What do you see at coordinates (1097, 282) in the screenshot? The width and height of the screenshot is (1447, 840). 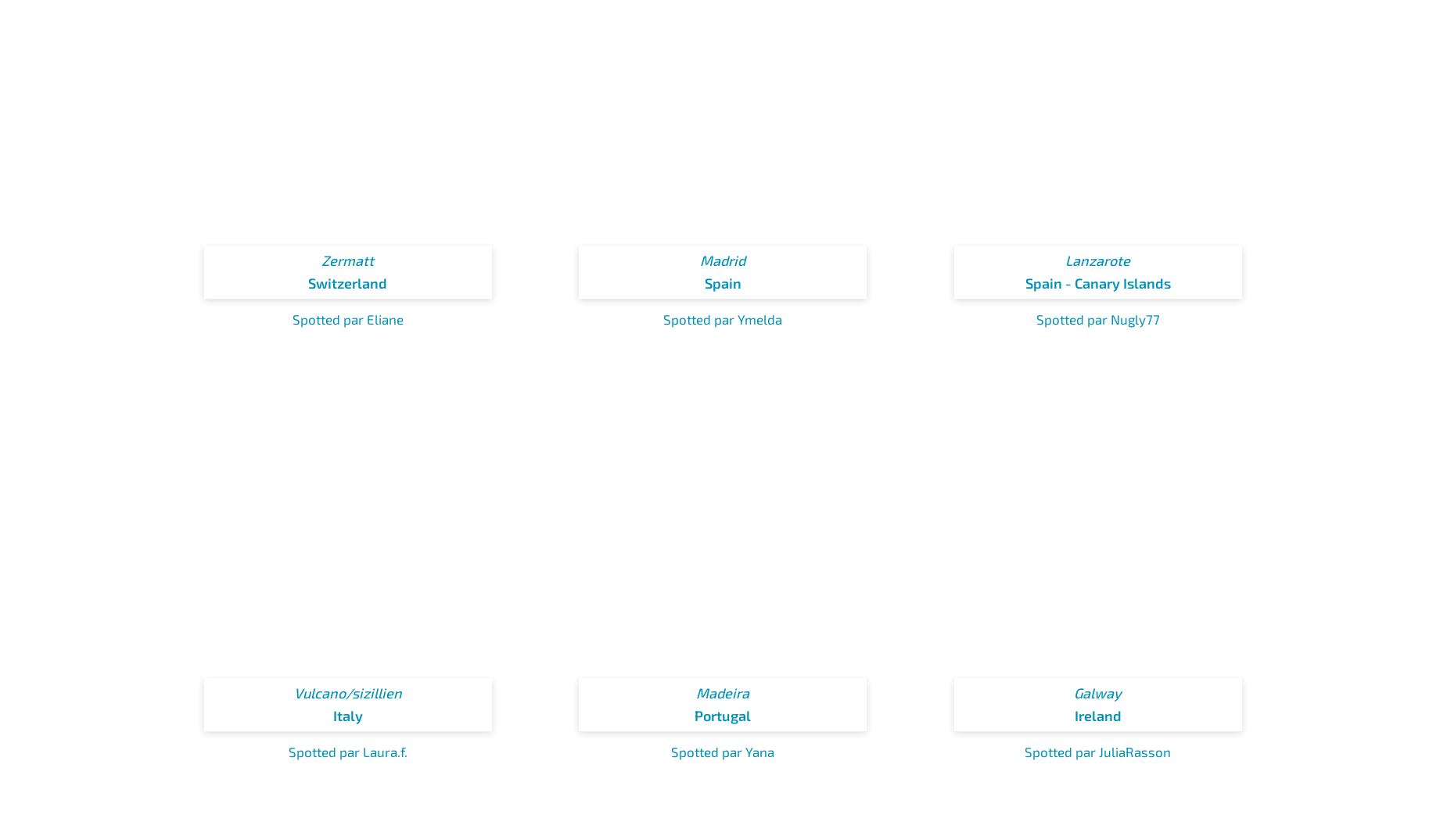 I see `'Spain - Canary Islands'` at bounding box center [1097, 282].